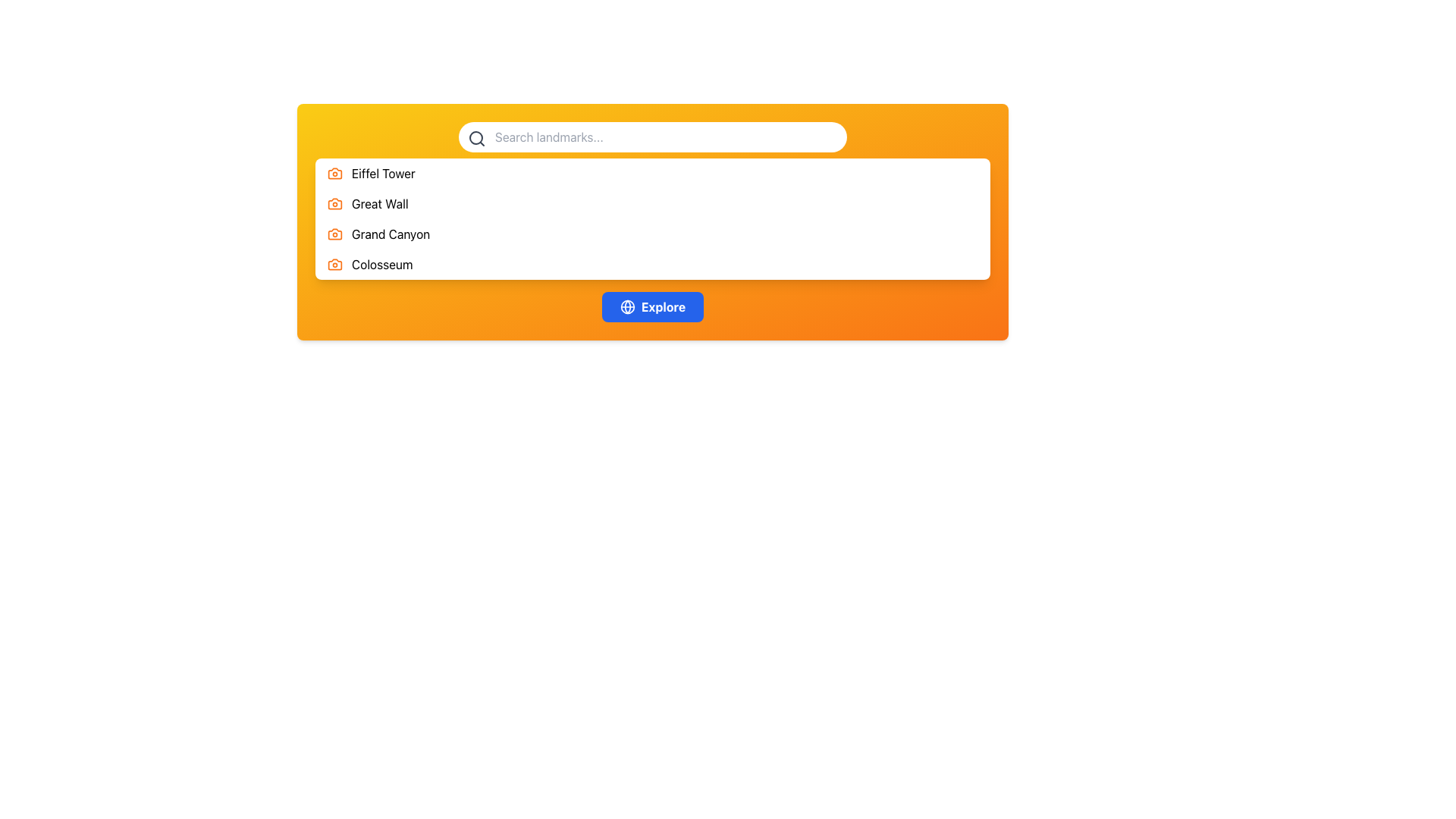 The width and height of the screenshot is (1456, 819). Describe the element at coordinates (382, 263) in the screenshot. I see `the 'Colosseum' text label, which is the fourth item in a vertically arranged dropdown list` at that location.